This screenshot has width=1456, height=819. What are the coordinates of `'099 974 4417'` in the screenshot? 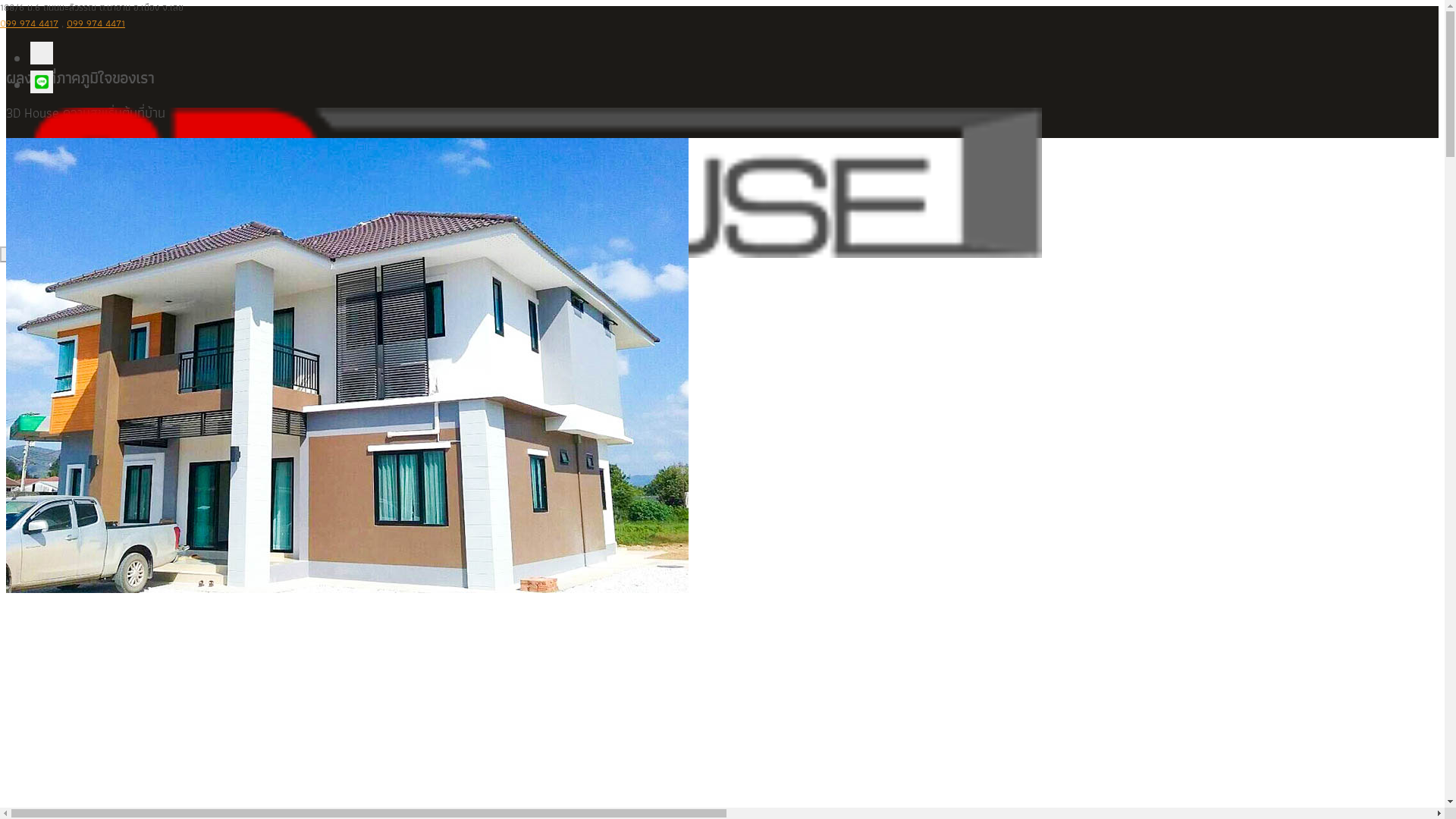 It's located at (0, 23).